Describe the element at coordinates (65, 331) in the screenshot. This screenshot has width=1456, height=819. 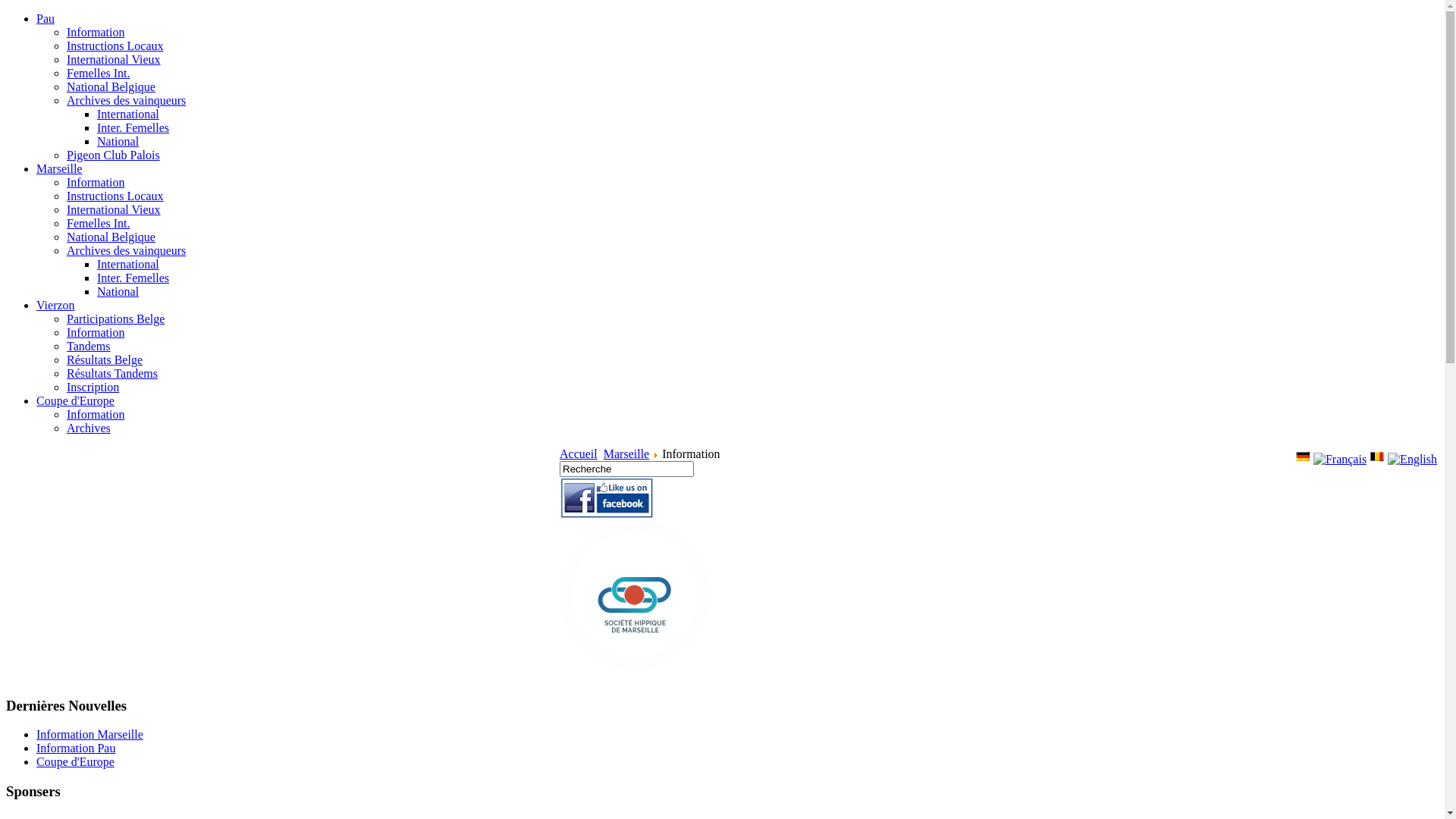
I see `'Information'` at that location.